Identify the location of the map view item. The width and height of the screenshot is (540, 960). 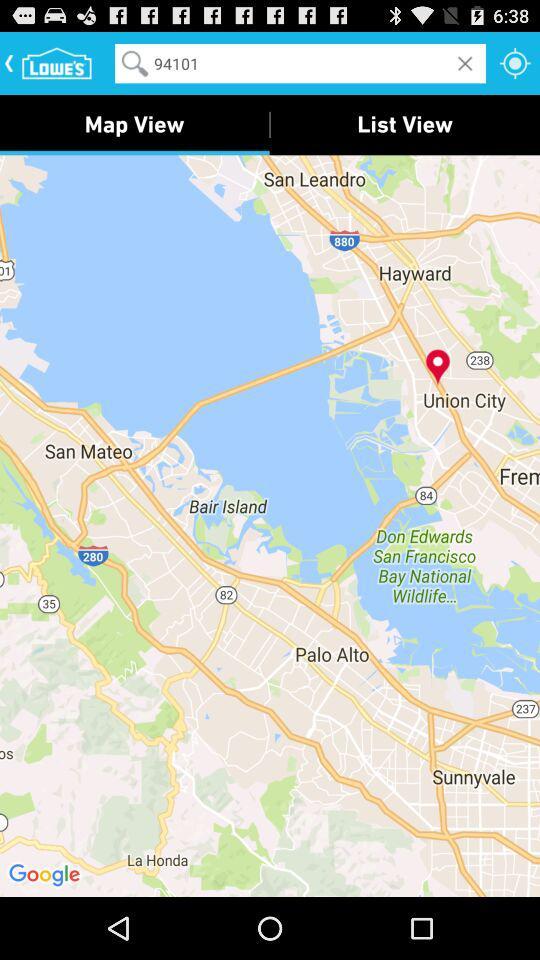
(134, 123).